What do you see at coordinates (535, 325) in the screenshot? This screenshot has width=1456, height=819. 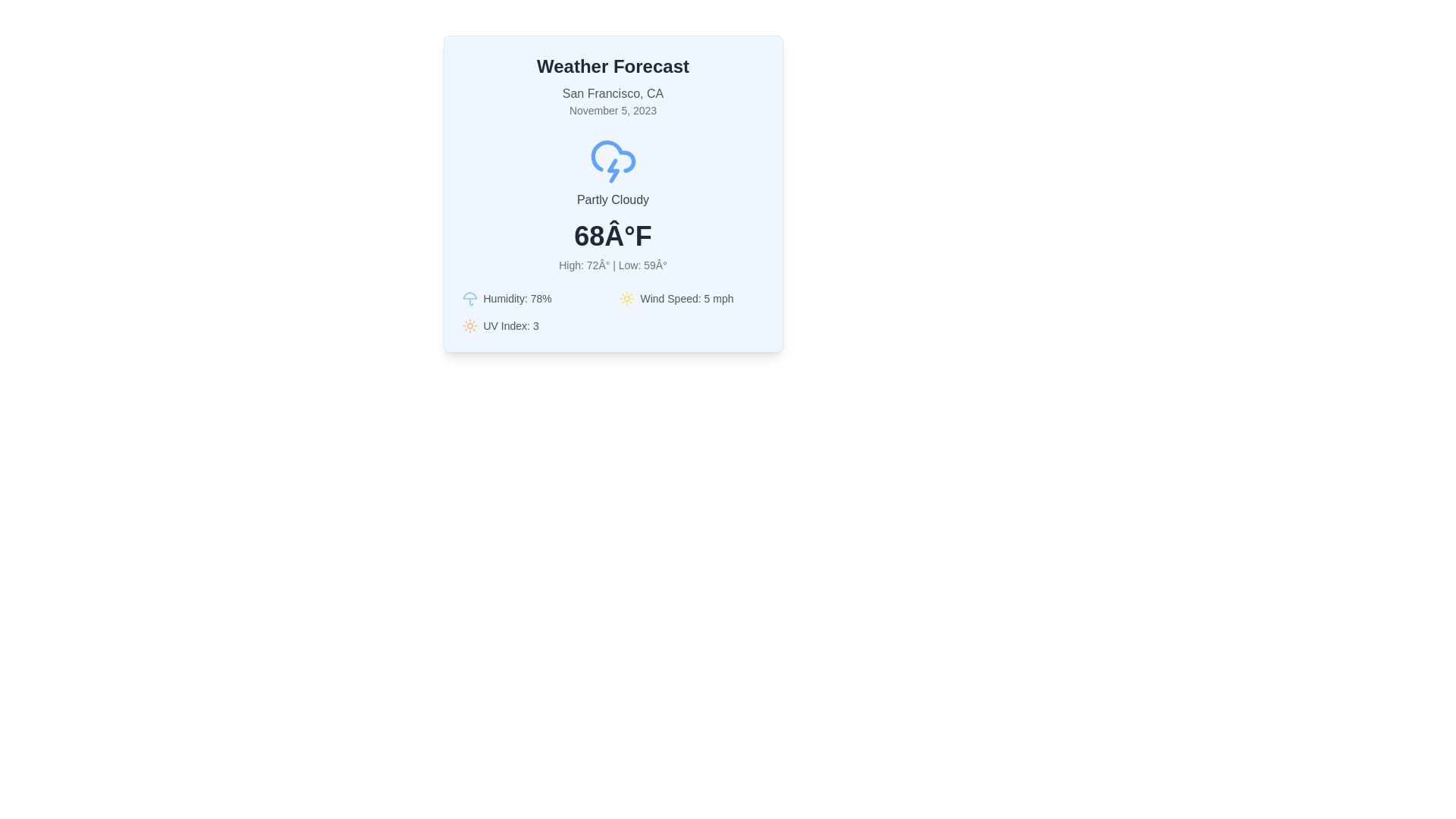 I see `the label displaying 'UV Index: 3' with a sun icon in the weather-related card UI located at the bottom-left section, following 'Humidity: 78%' and 'Wind Speed: 5 mph'` at bounding box center [535, 325].